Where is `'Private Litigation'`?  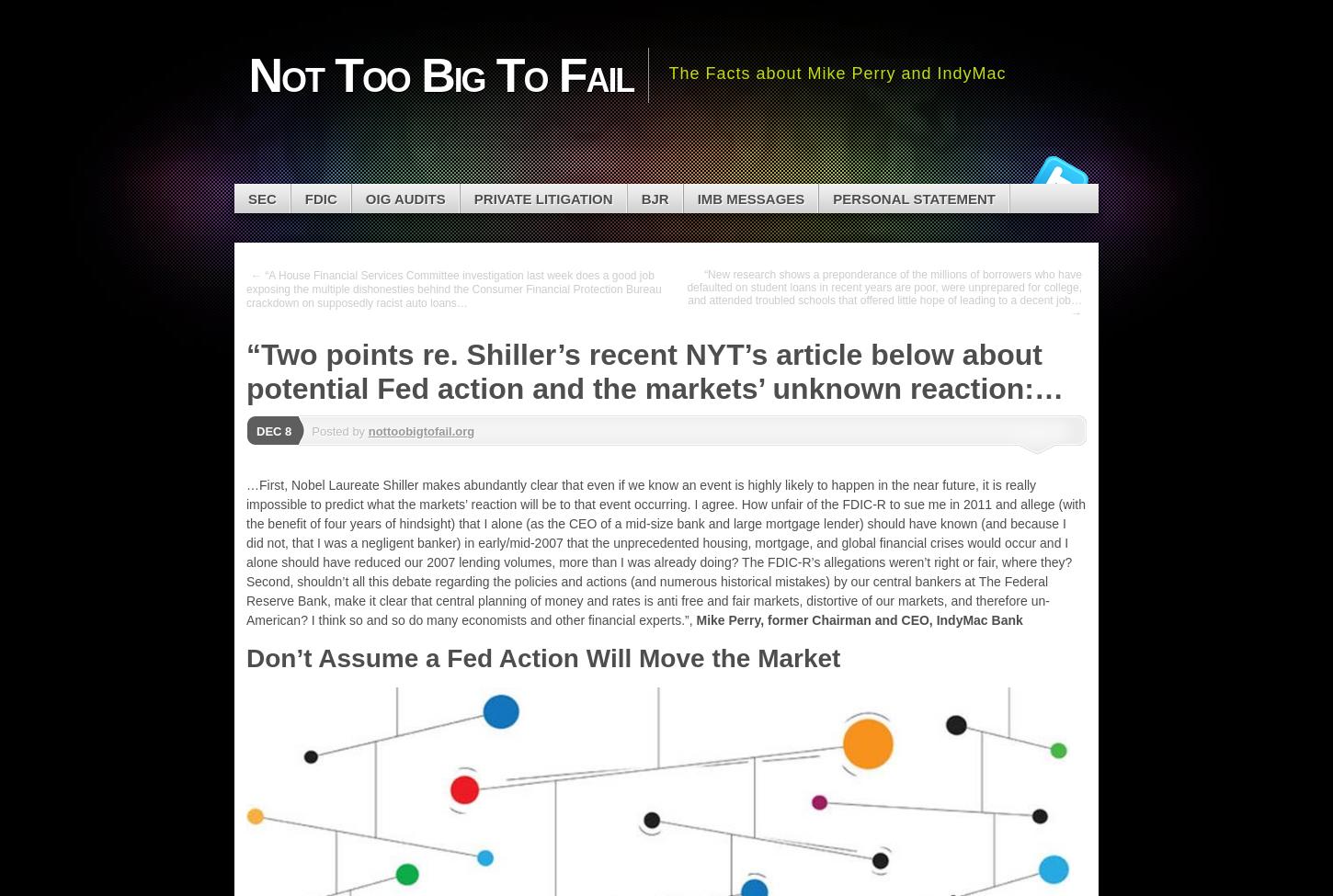
'Private Litigation' is located at coordinates (542, 198).